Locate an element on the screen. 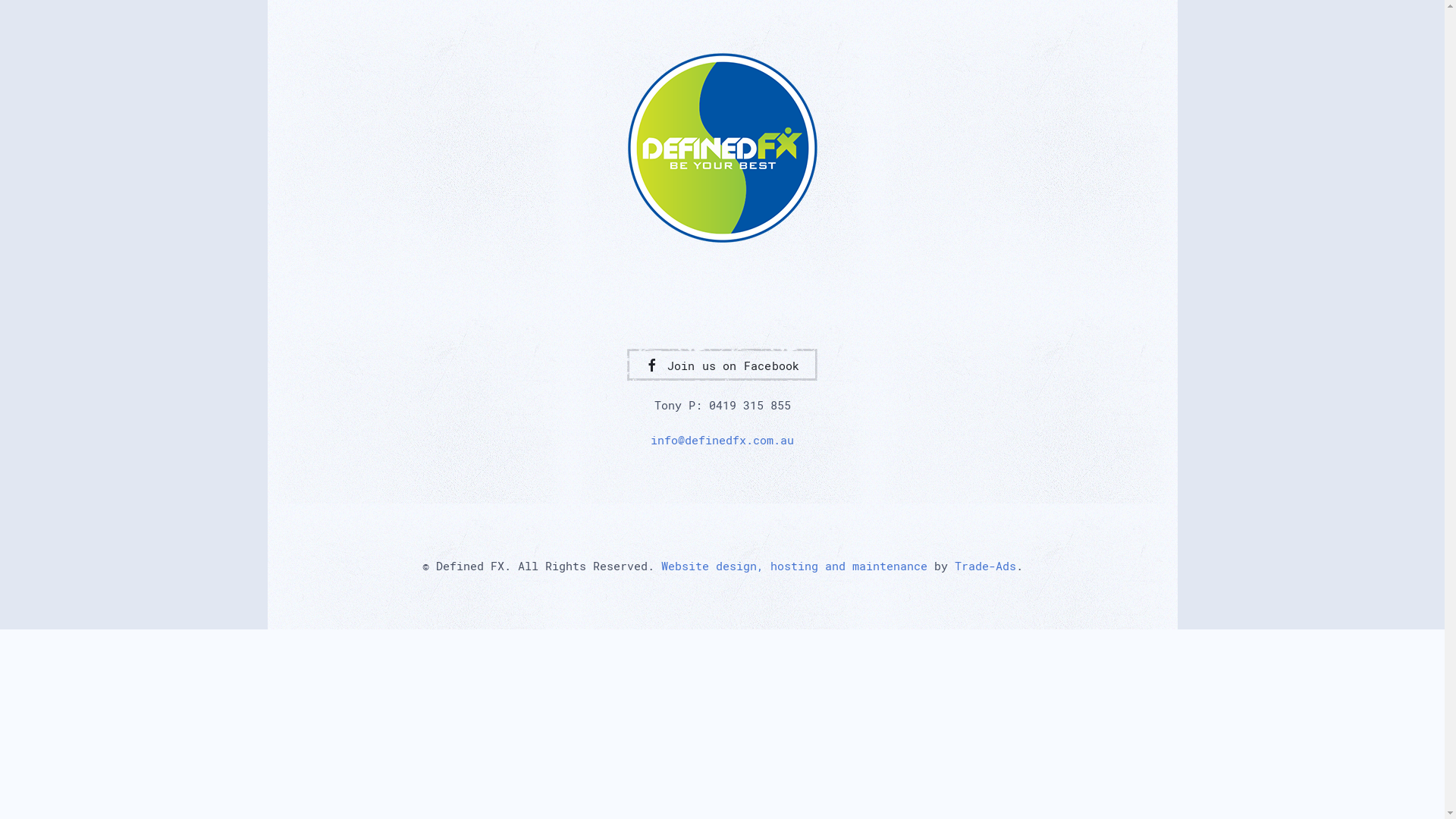  'Join us on Facebook' is located at coordinates (720, 365).